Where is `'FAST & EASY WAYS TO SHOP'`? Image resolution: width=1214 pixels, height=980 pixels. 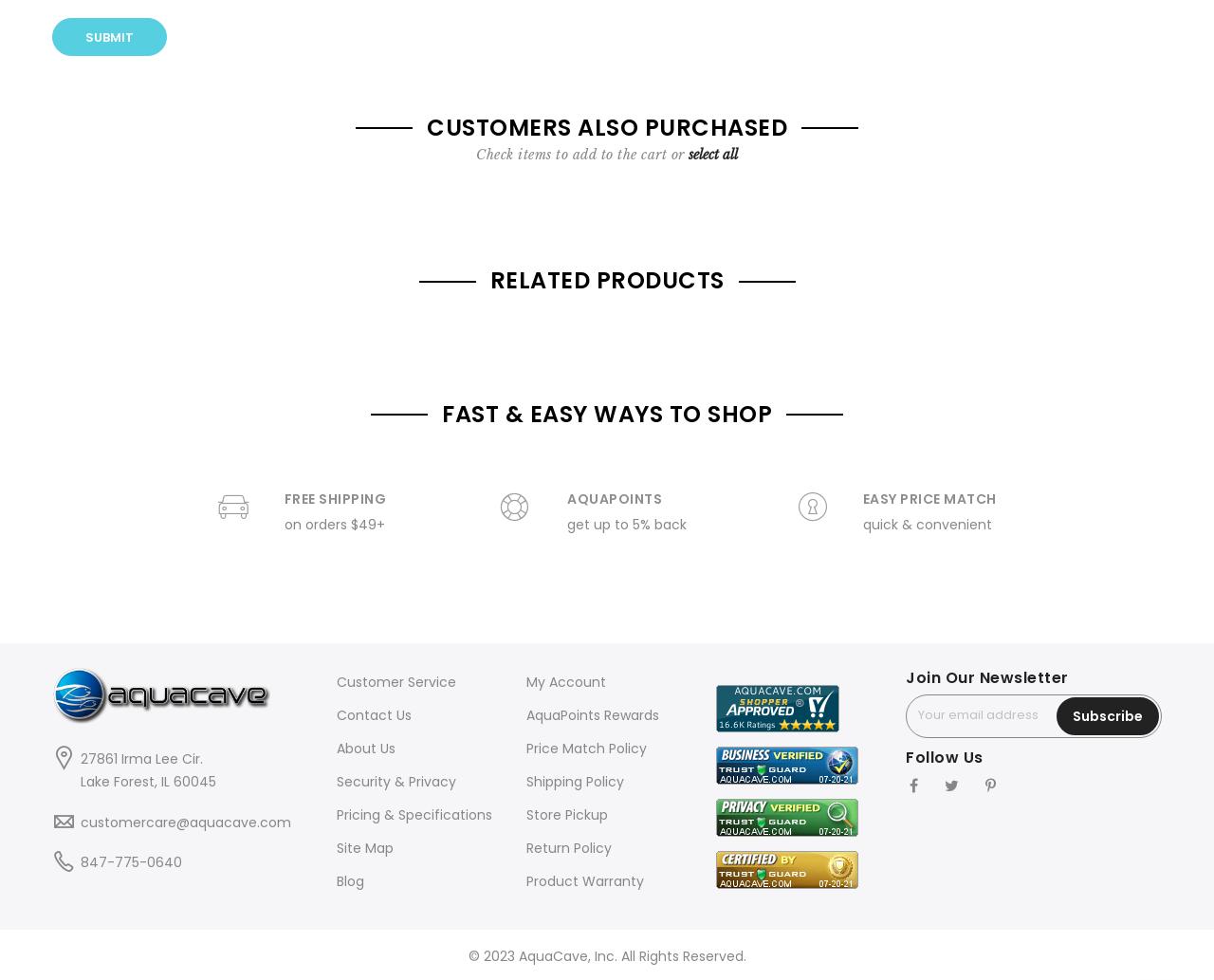
'FAST & EASY WAYS TO SHOP' is located at coordinates (607, 413).